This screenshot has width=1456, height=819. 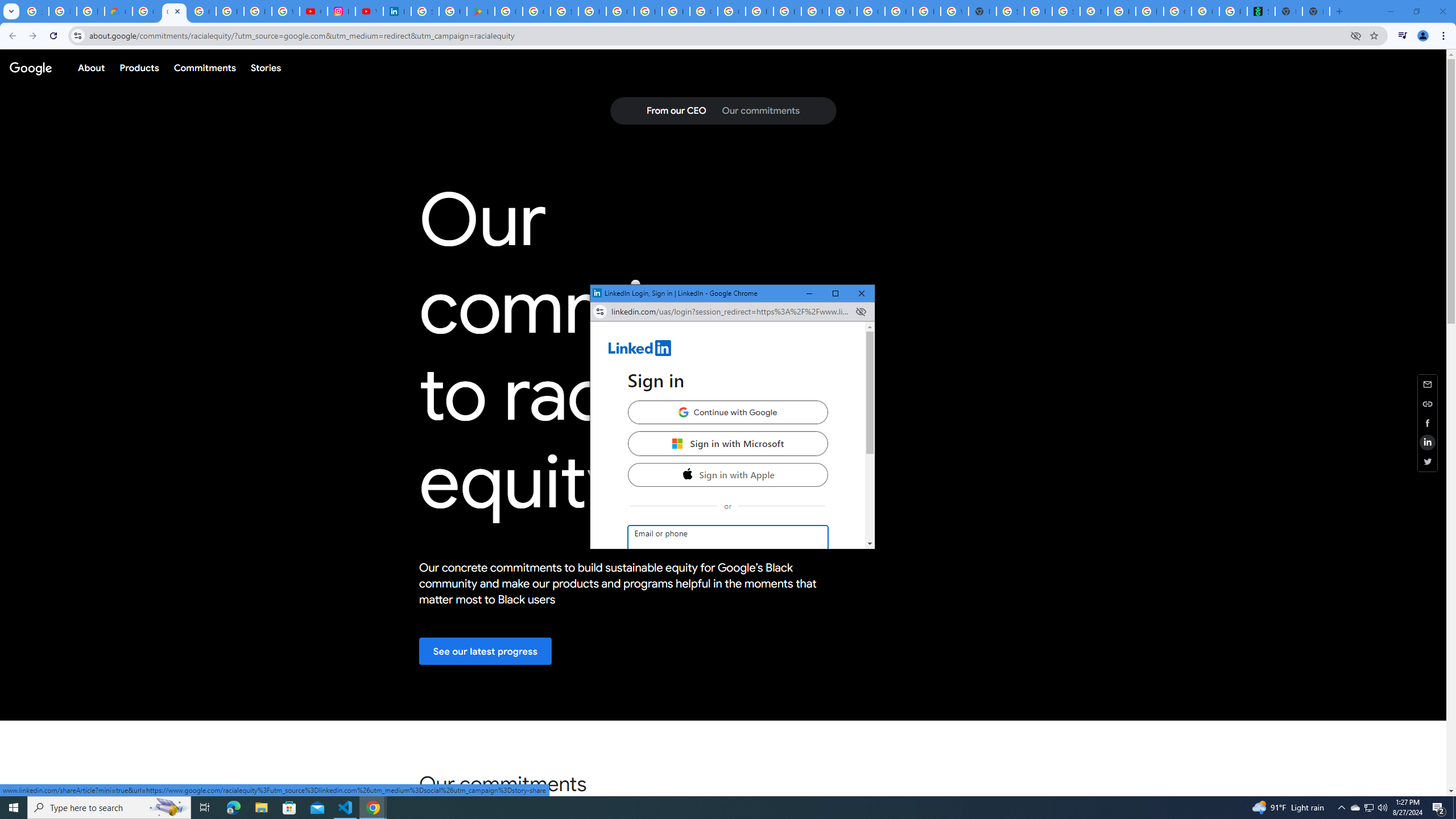 What do you see at coordinates (728, 474) in the screenshot?
I see `'Sign in with Apple'` at bounding box center [728, 474].